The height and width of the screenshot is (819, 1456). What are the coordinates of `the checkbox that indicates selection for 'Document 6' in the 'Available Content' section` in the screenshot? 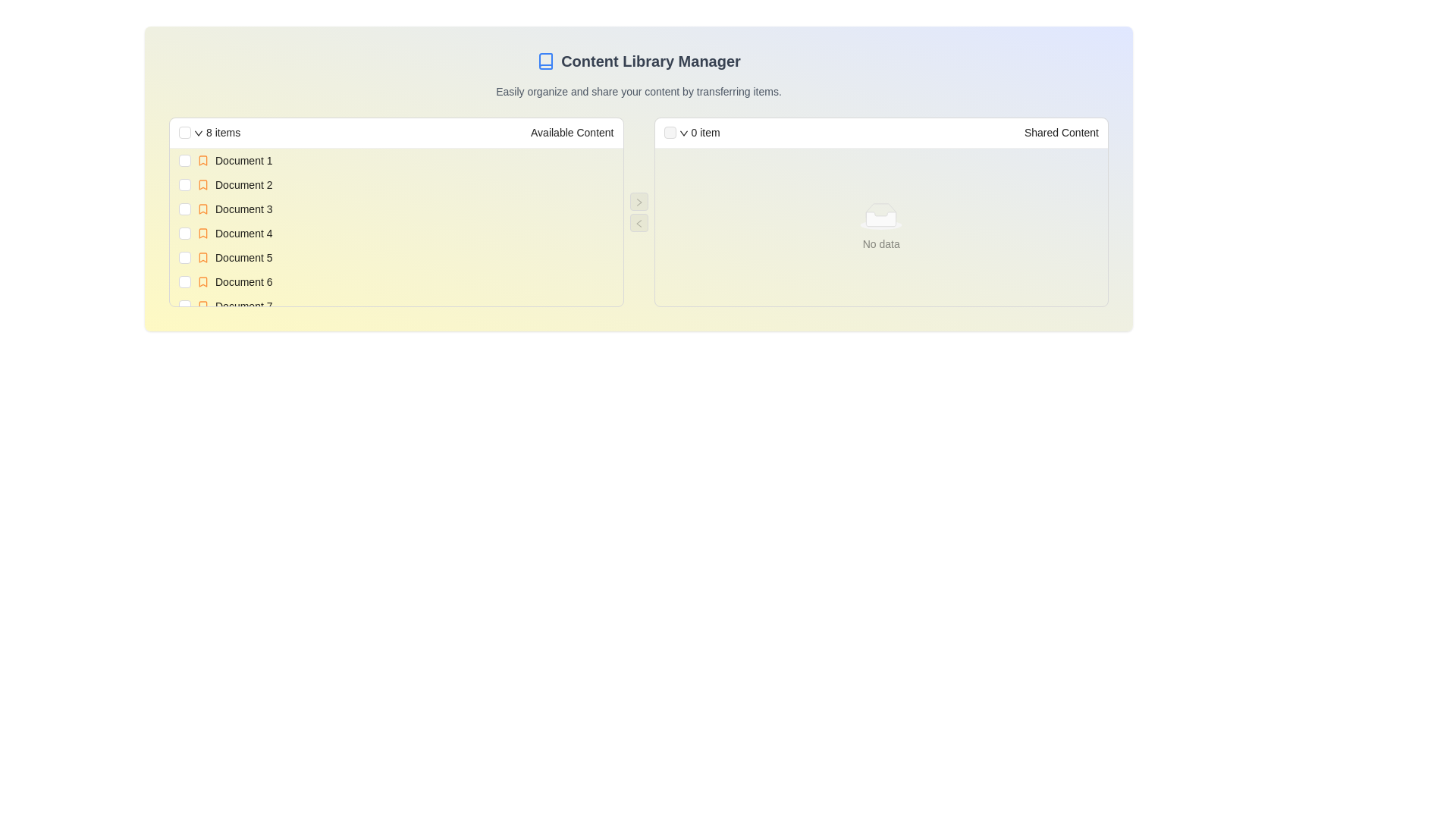 It's located at (184, 281).